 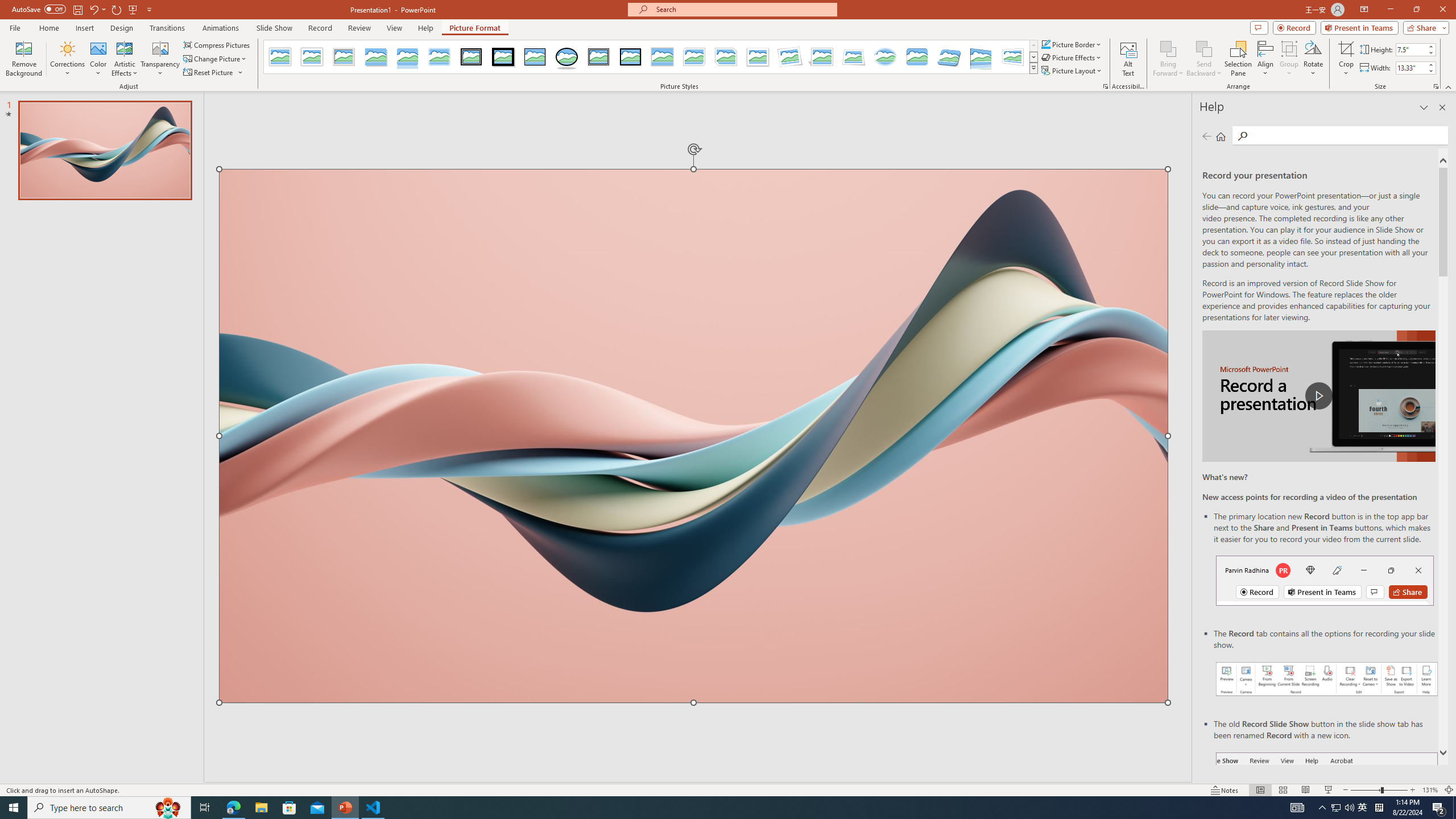 I want to click on 'Bring Forward', so click(x=1168, y=48).